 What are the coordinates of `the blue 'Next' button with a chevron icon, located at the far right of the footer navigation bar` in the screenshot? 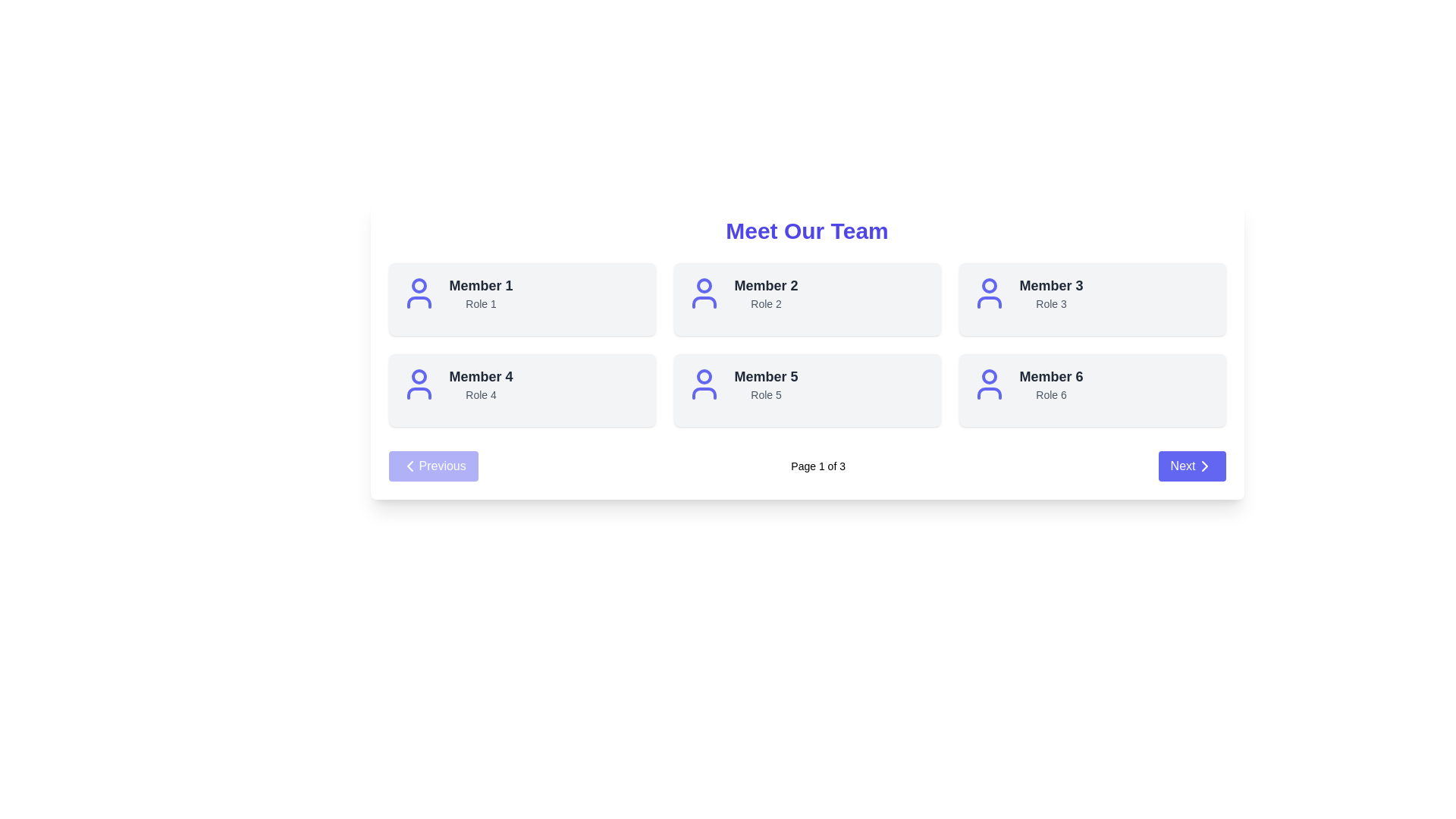 It's located at (1191, 465).